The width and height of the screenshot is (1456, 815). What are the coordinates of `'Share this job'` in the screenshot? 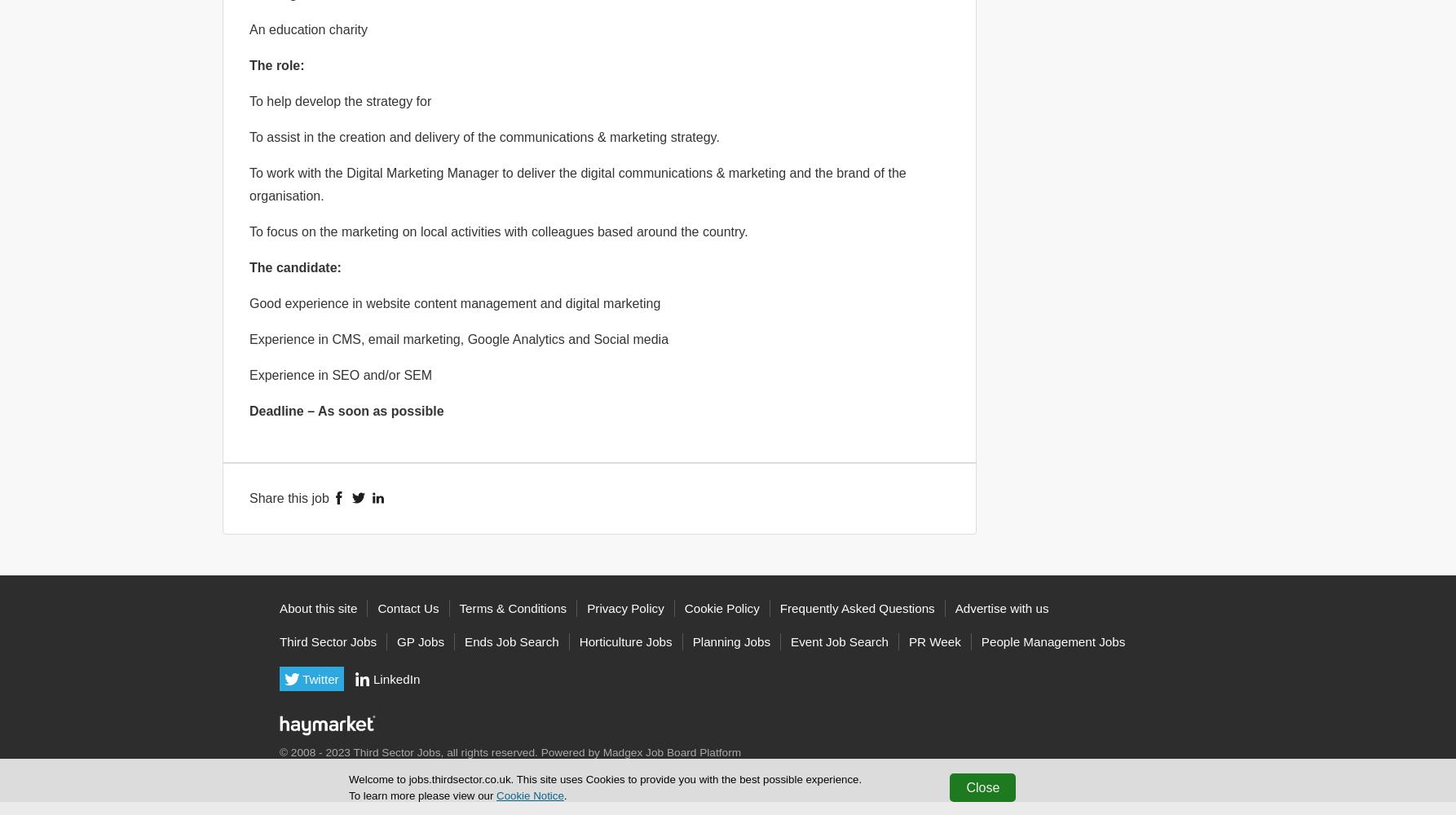 It's located at (289, 496).